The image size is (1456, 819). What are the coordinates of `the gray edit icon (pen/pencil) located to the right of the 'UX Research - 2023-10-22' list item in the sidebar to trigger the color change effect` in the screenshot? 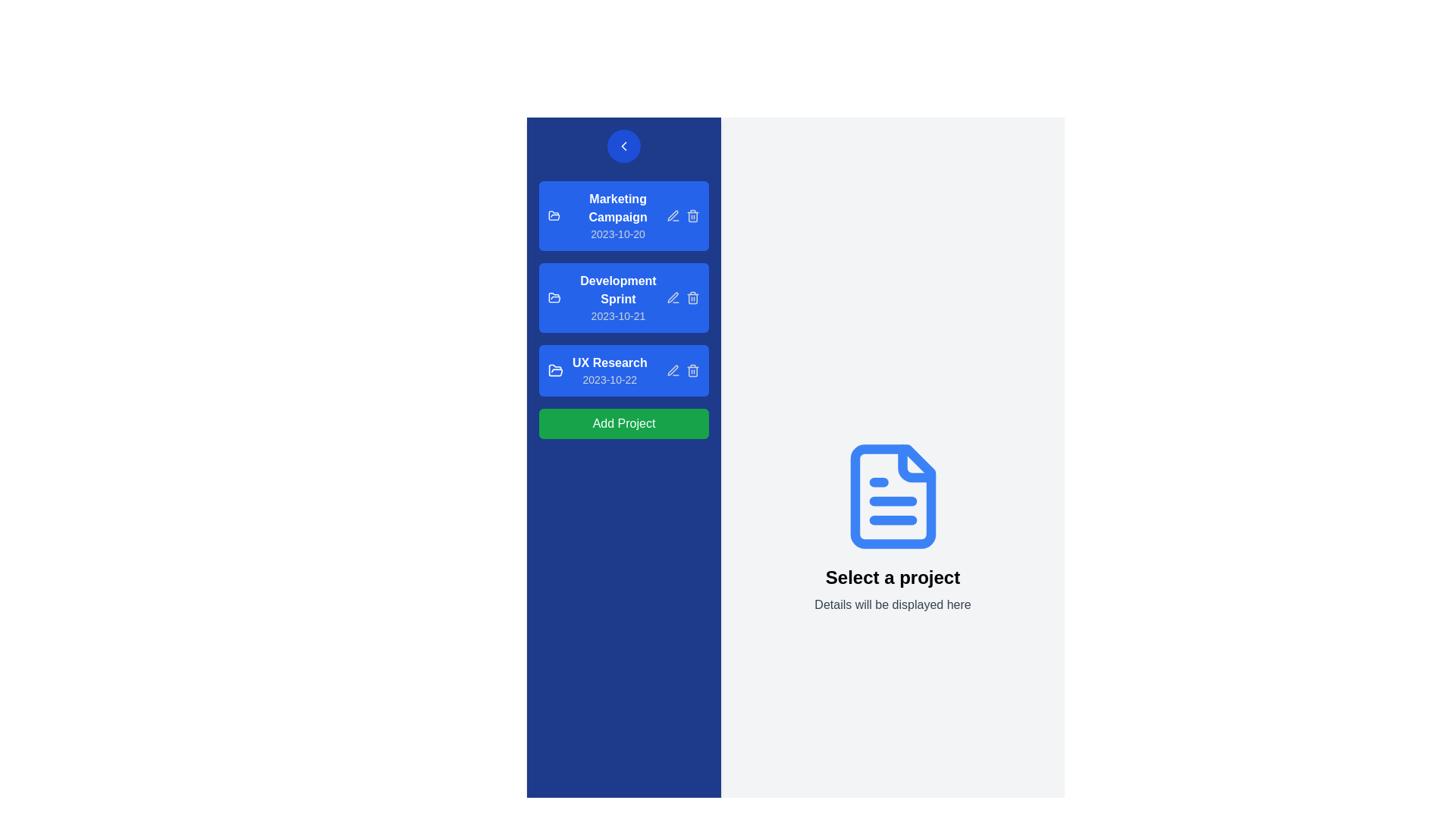 It's located at (673, 371).